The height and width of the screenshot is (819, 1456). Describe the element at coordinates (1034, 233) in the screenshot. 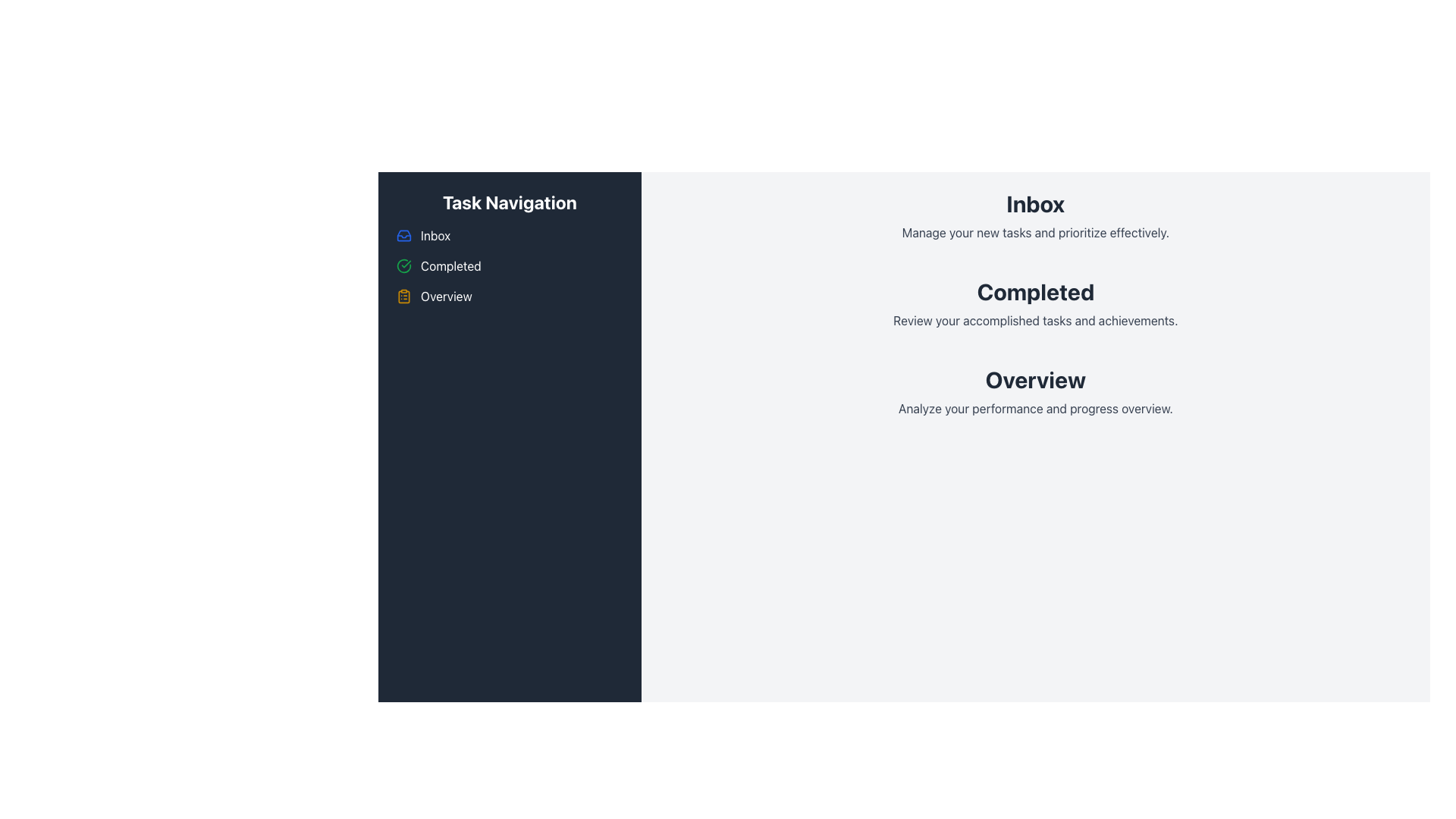

I see `the text that reads 'Manage your new tasks and prioritize effectively.' located under the title 'Inbox' on the right-side content area` at that location.